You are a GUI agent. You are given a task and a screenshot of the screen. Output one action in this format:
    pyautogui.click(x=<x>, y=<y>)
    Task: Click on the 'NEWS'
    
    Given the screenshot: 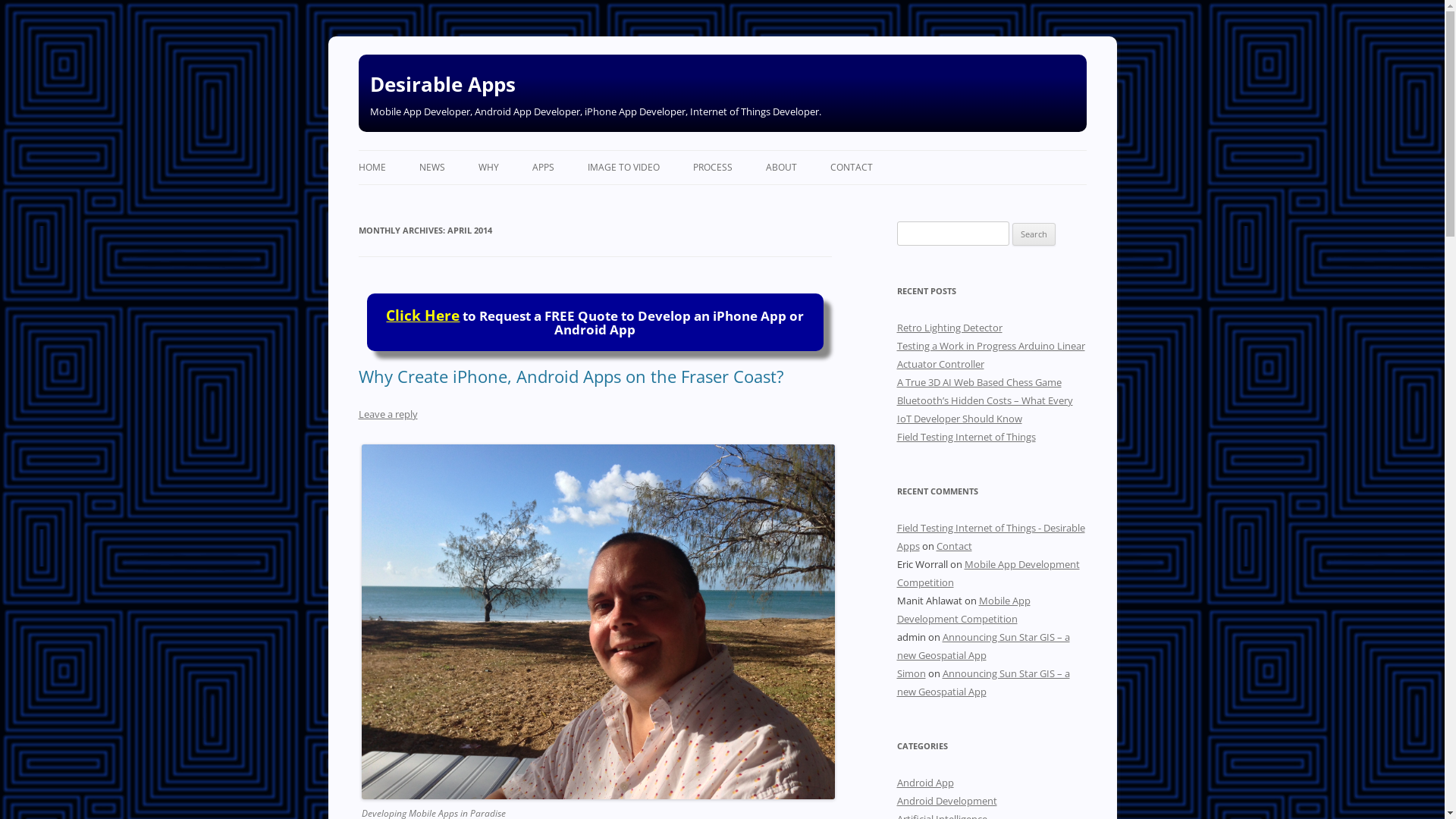 What is the action you would take?
    pyautogui.click(x=431, y=167)
    